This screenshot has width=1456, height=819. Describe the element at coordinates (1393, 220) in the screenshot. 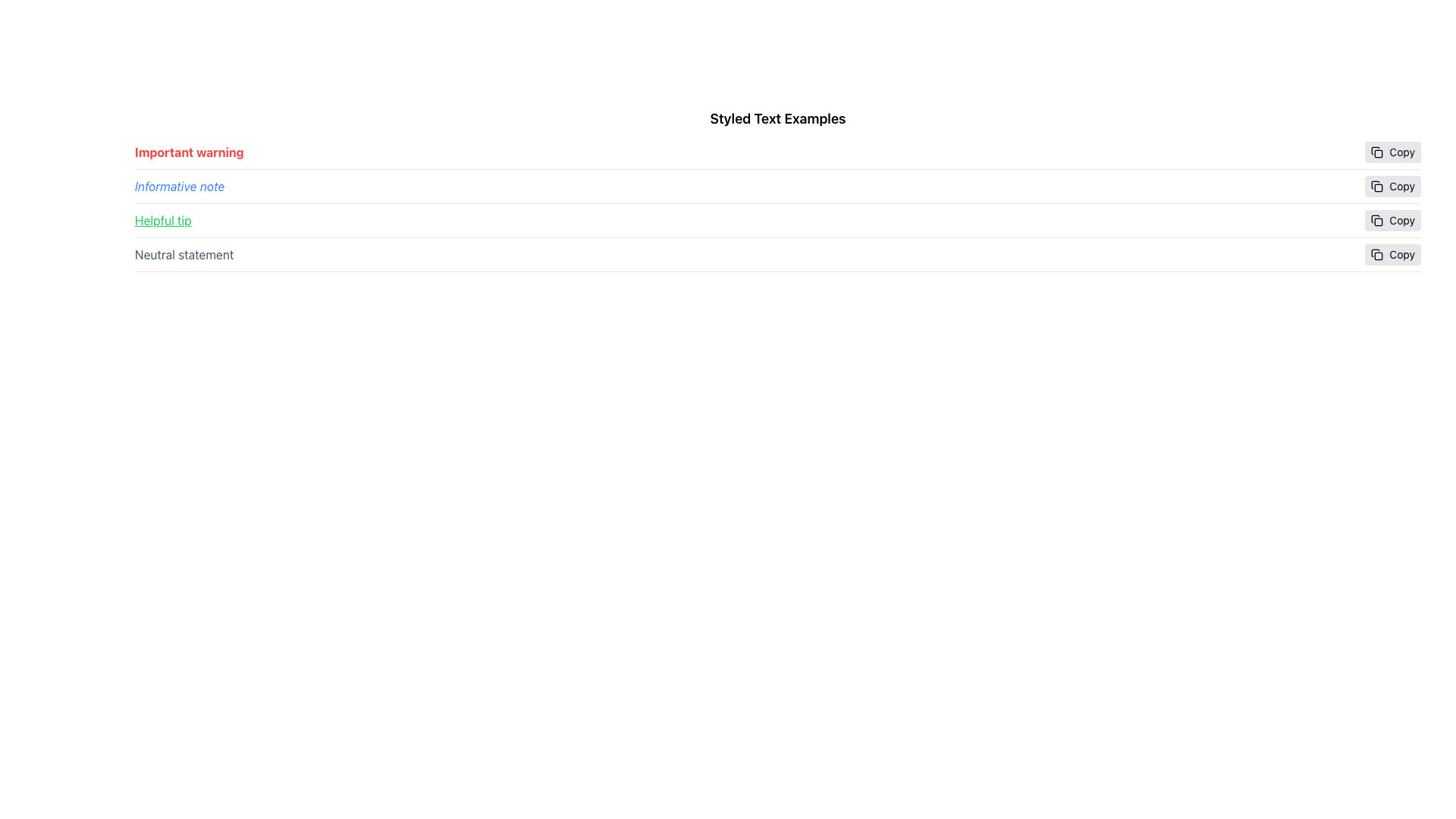

I see `the 'Copy' button, which has a light gray background and is labeled with black text, to observe any hover effects` at that location.